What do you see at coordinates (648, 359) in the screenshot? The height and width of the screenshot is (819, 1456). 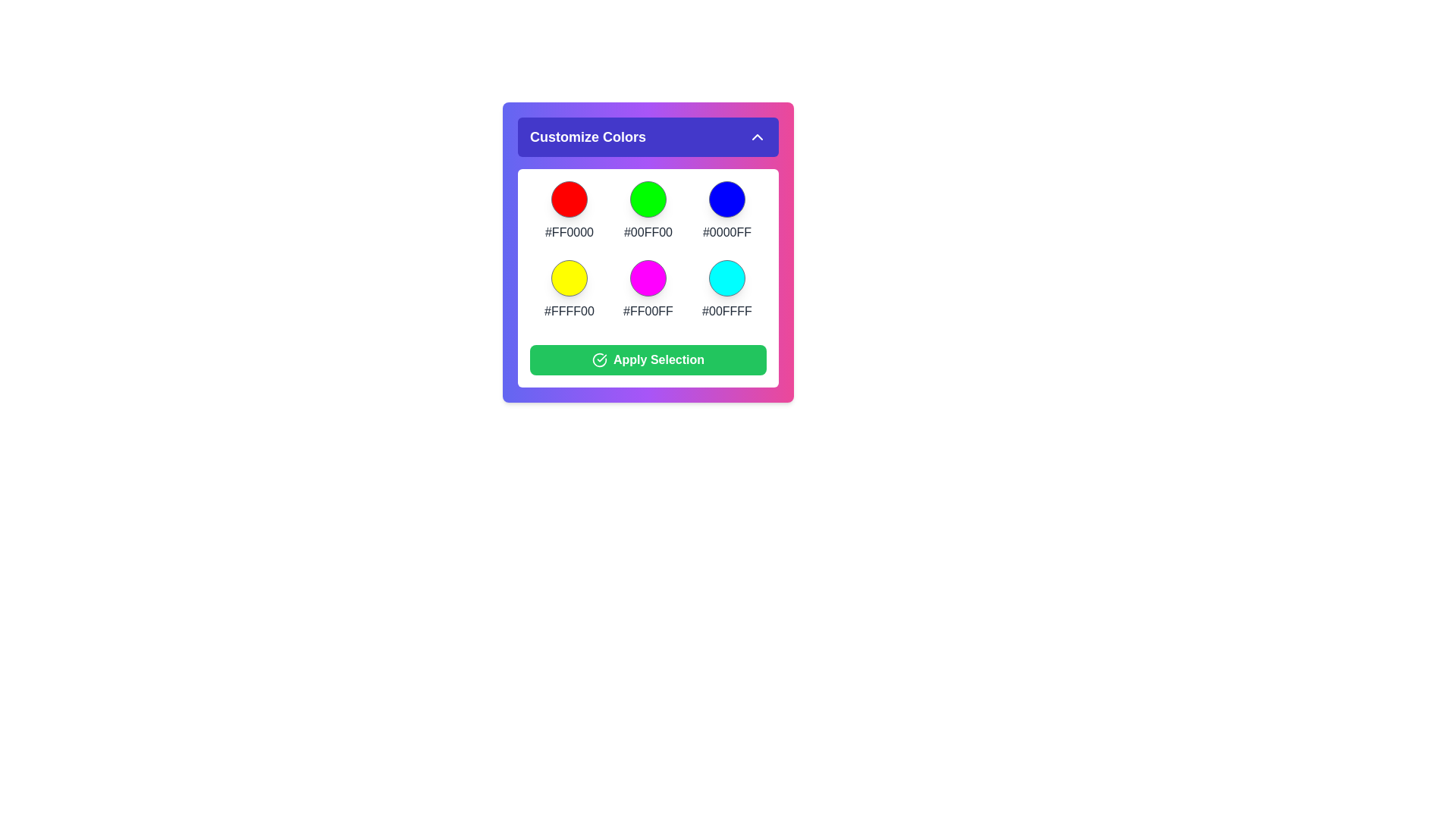 I see `'Apply Selection' button to apply the selected colors` at bounding box center [648, 359].